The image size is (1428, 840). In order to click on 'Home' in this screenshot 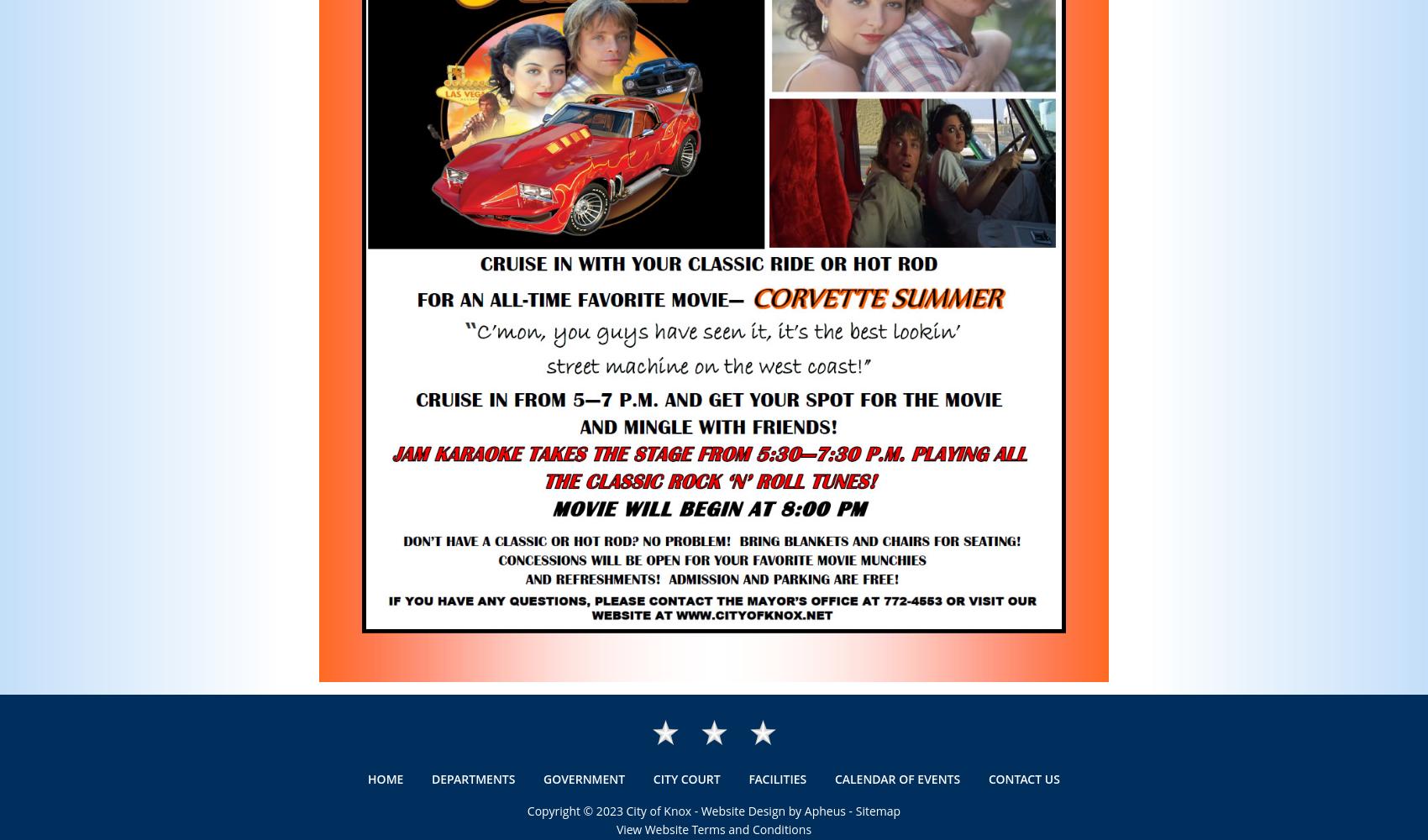, I will do `click(386, 779)`.